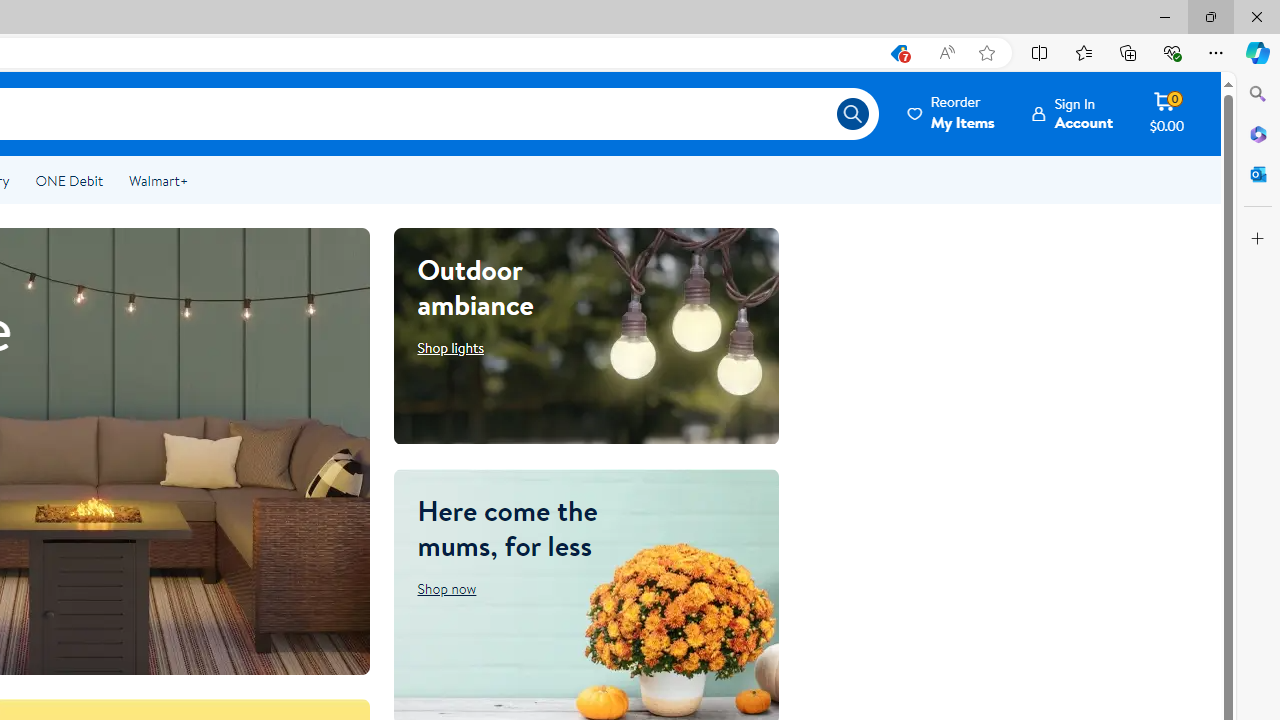 The image size is (1280, 720). What do you see at coordinates (852, 114) in the screenshot?
I see `'Search icon'` at bounding box center [852, 114].